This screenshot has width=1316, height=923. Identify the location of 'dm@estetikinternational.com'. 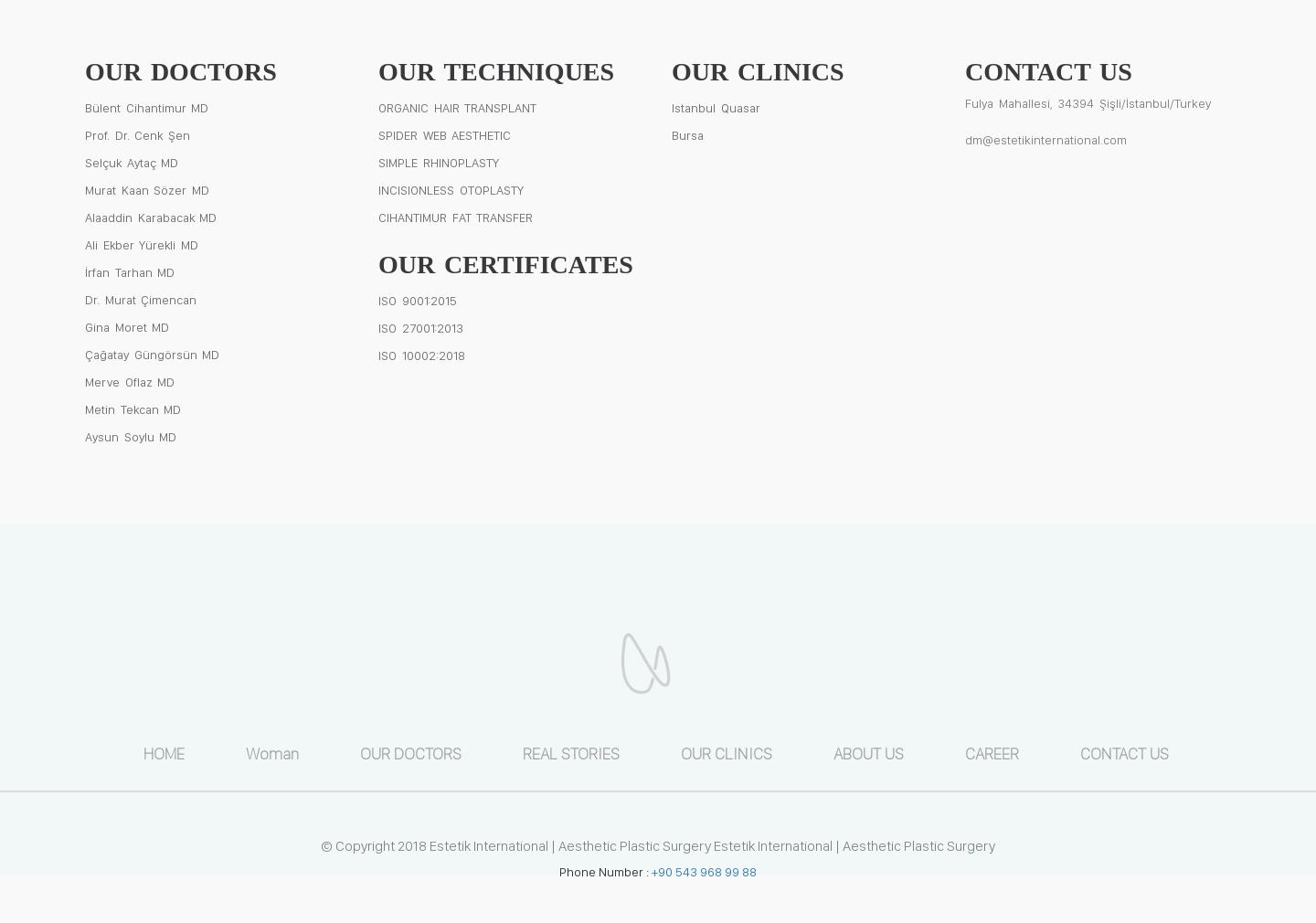
(1045, 138).